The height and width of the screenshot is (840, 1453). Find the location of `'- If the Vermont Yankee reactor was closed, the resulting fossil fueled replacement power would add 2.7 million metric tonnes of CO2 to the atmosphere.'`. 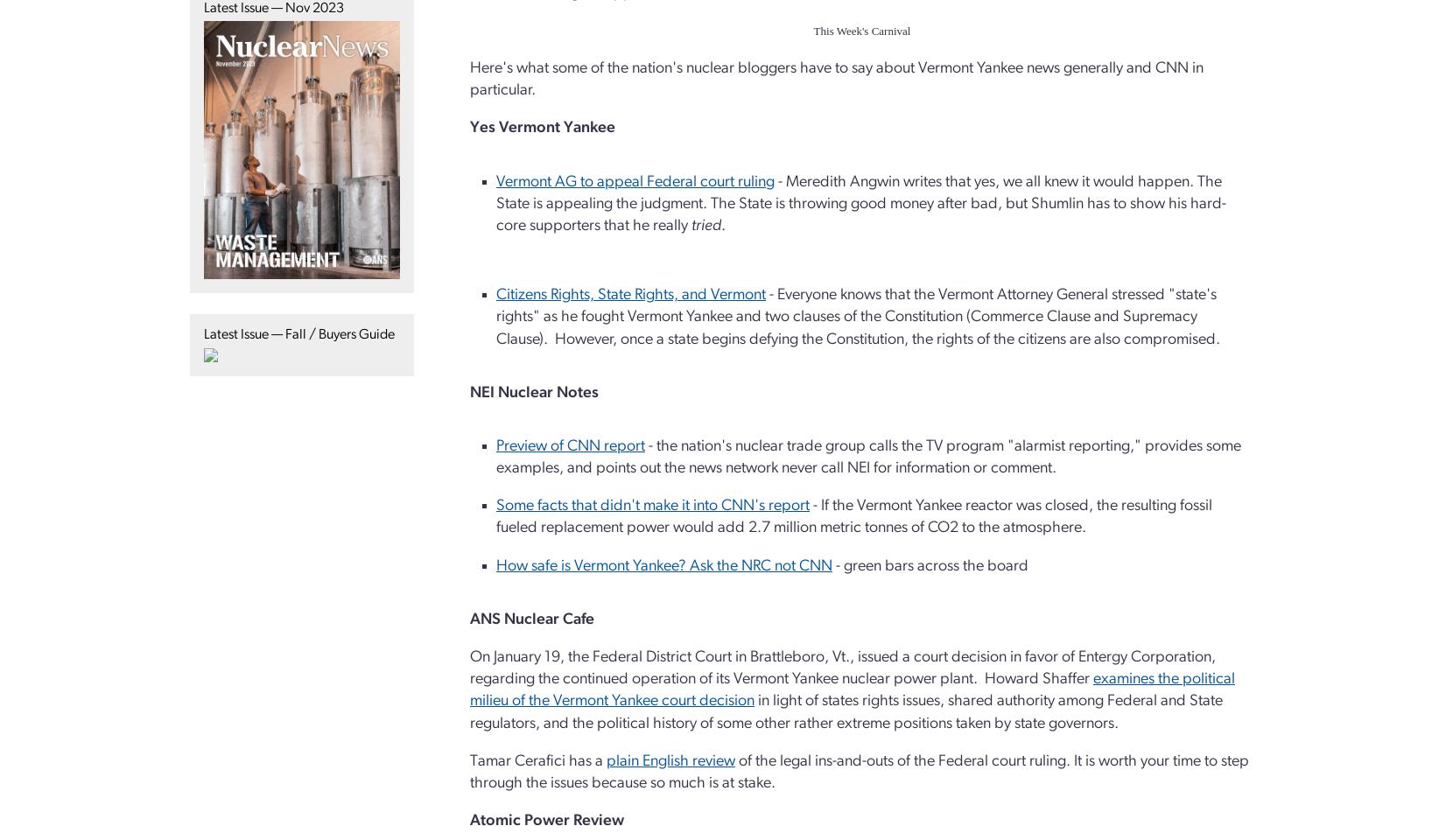

'- If the Vermont Yankee reactor was closed, the resulting fossil fueled replacement power would add 2.7 million metric tonnes of CO2 to the atmosphere.' is located at coordinates (854, 516).